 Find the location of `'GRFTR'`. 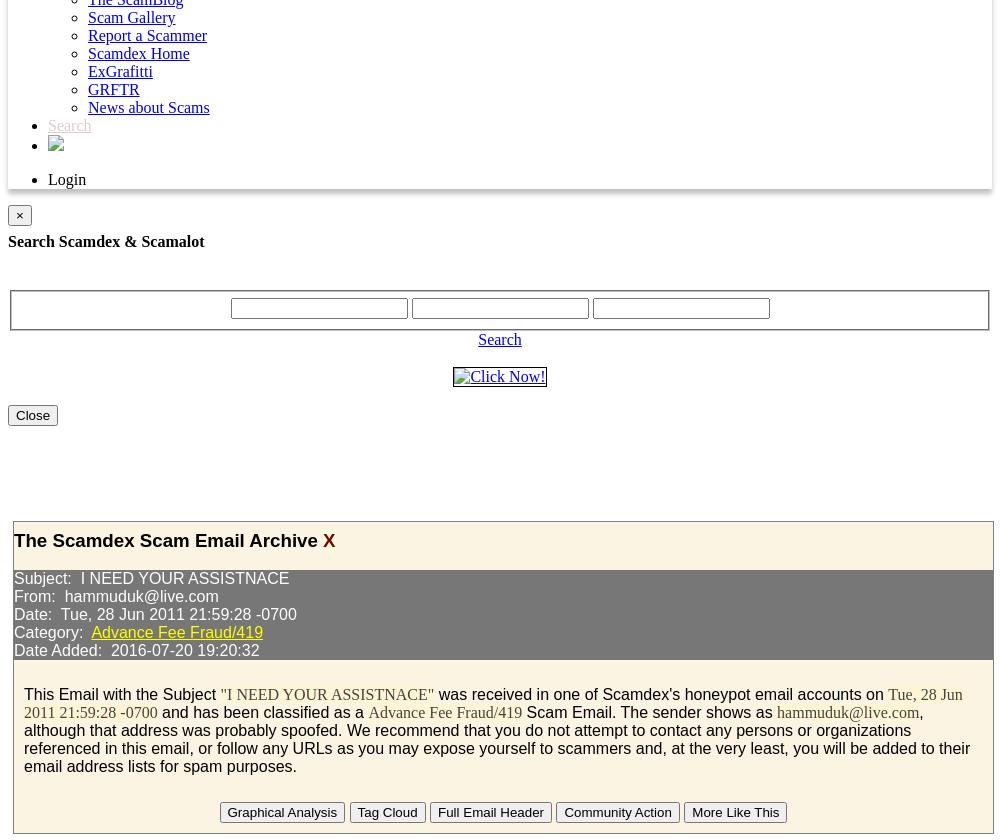

'GRFTR' is located at coordinates (112, 89).